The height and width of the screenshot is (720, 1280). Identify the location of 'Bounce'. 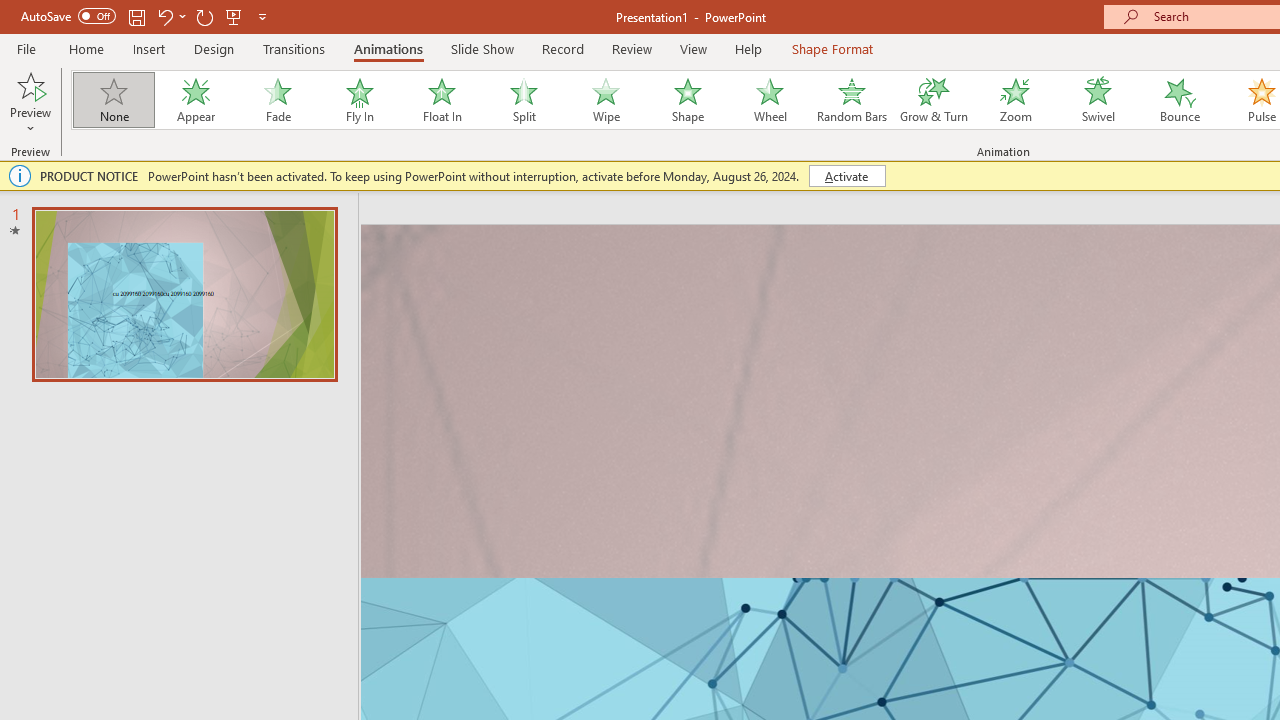
(1180, 100).